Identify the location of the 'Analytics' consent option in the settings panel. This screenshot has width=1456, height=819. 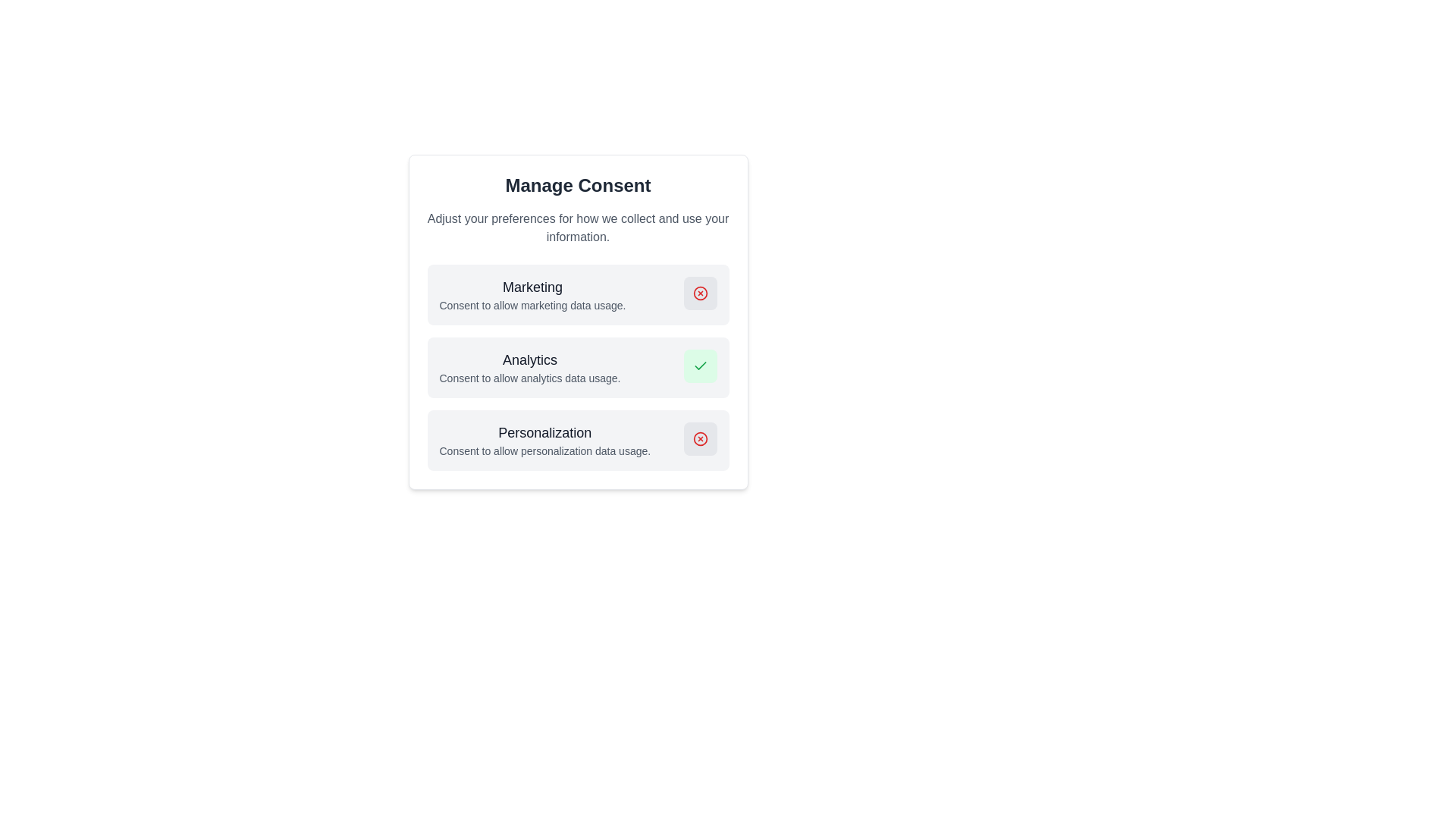
(577, 368).